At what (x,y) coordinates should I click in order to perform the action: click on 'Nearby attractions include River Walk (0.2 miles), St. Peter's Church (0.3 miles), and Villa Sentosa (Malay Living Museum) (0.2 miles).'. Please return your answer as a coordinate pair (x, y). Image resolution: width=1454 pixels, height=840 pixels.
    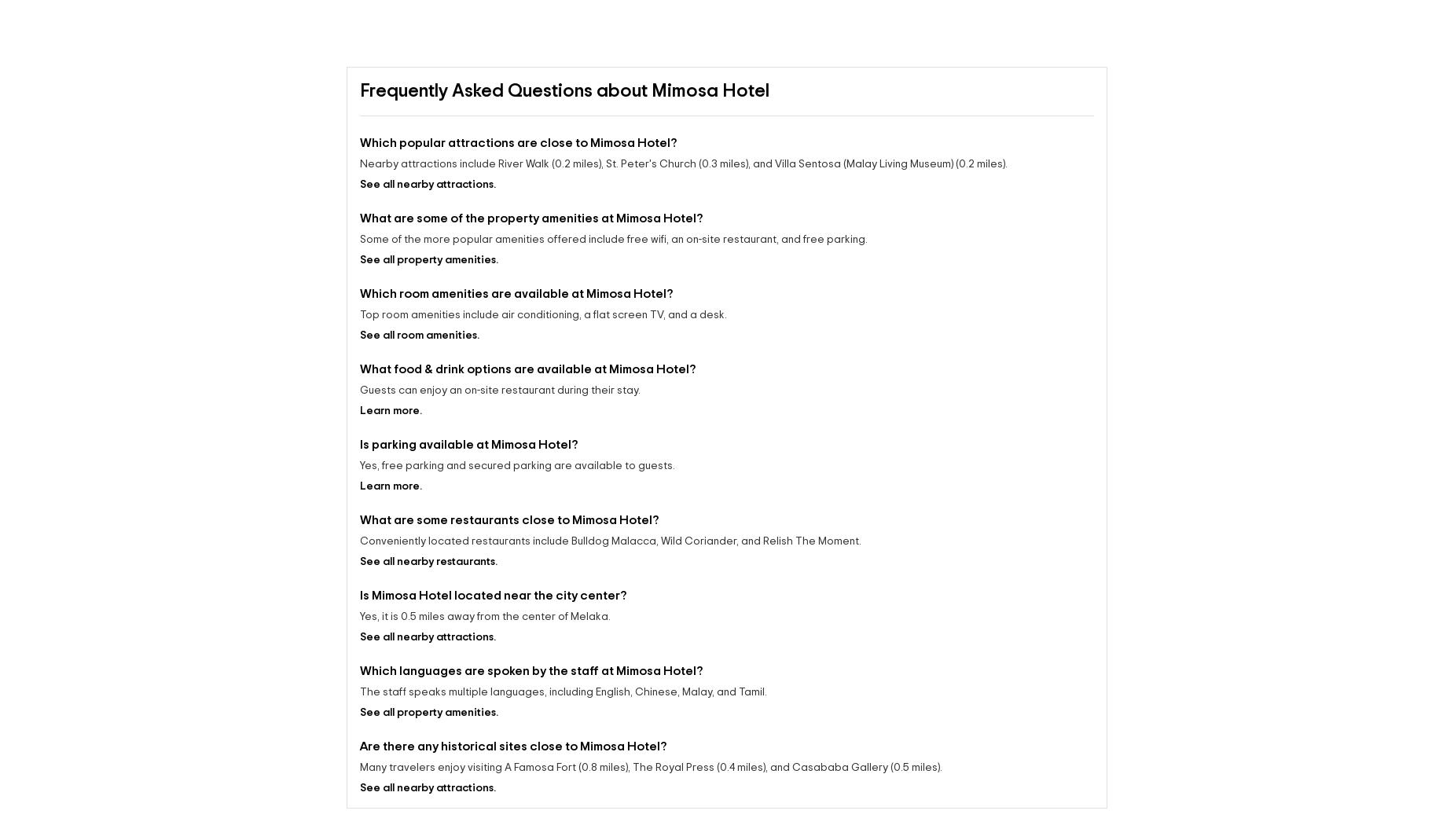
    Looking at the image, I should click on (684, 163).